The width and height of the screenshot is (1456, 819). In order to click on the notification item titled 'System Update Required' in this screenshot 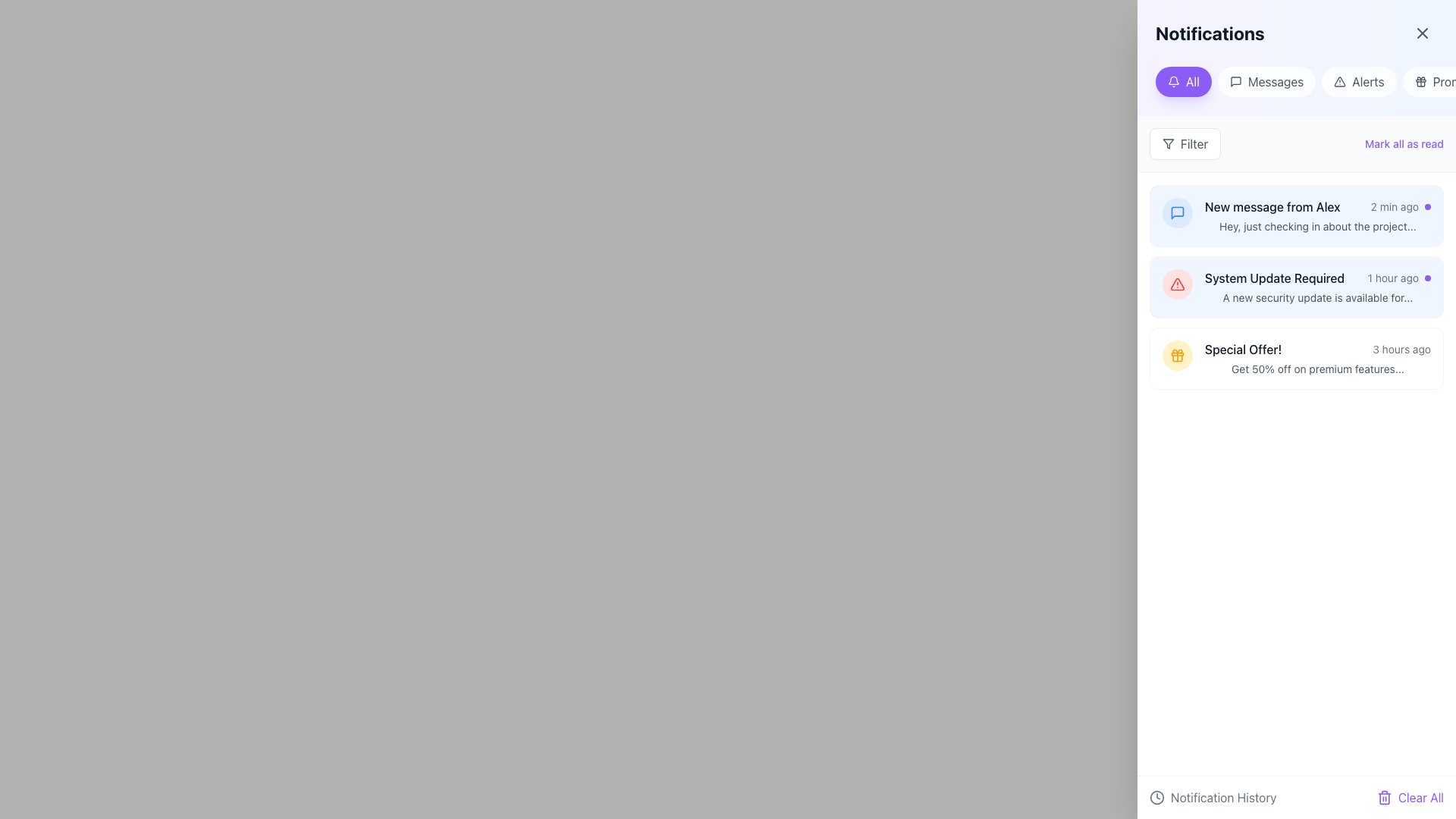, I will do `click(1316, 287)`.